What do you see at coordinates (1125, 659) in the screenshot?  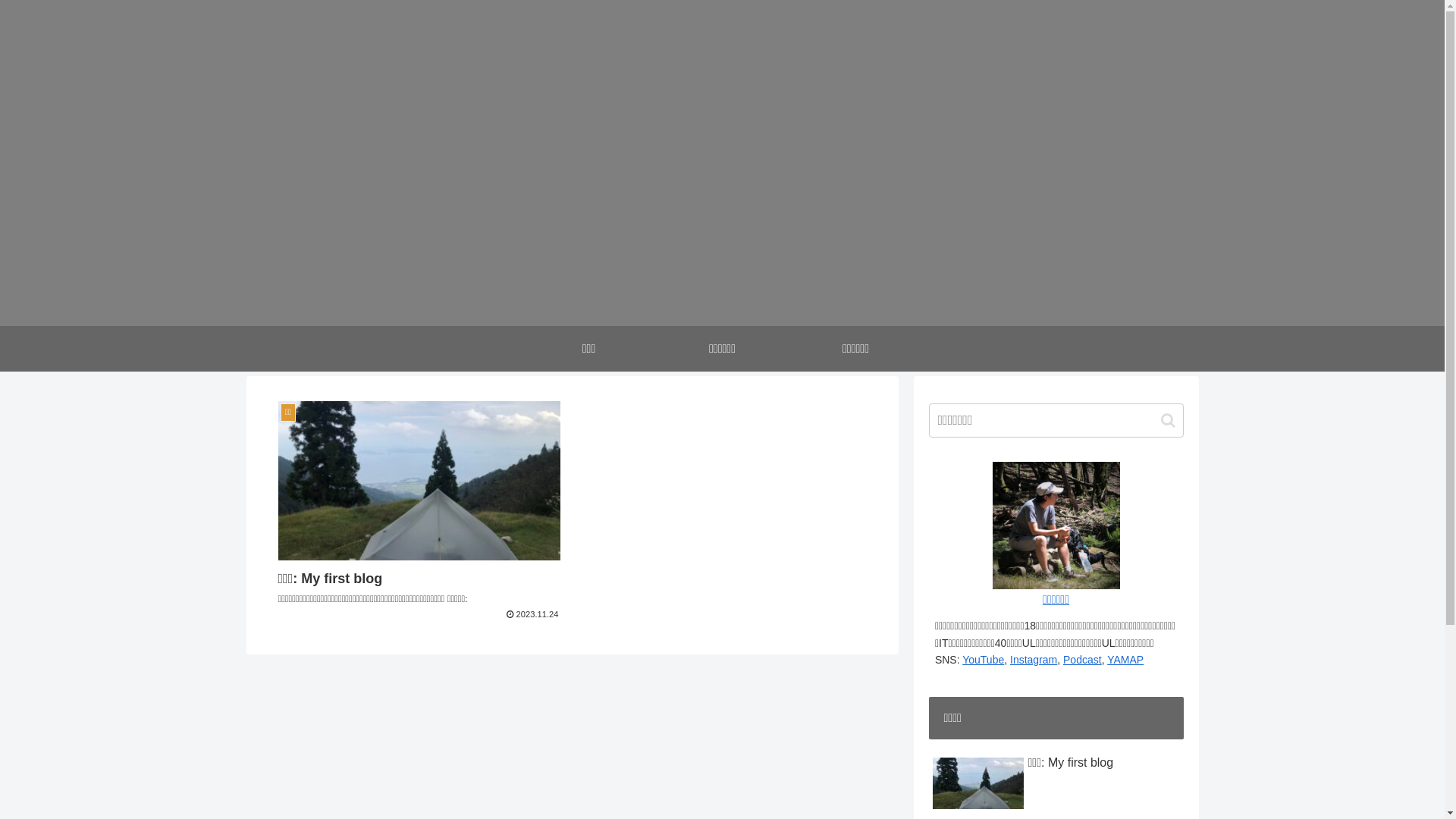 I see `'YAMAP'` at bounding box center [1125, 659].